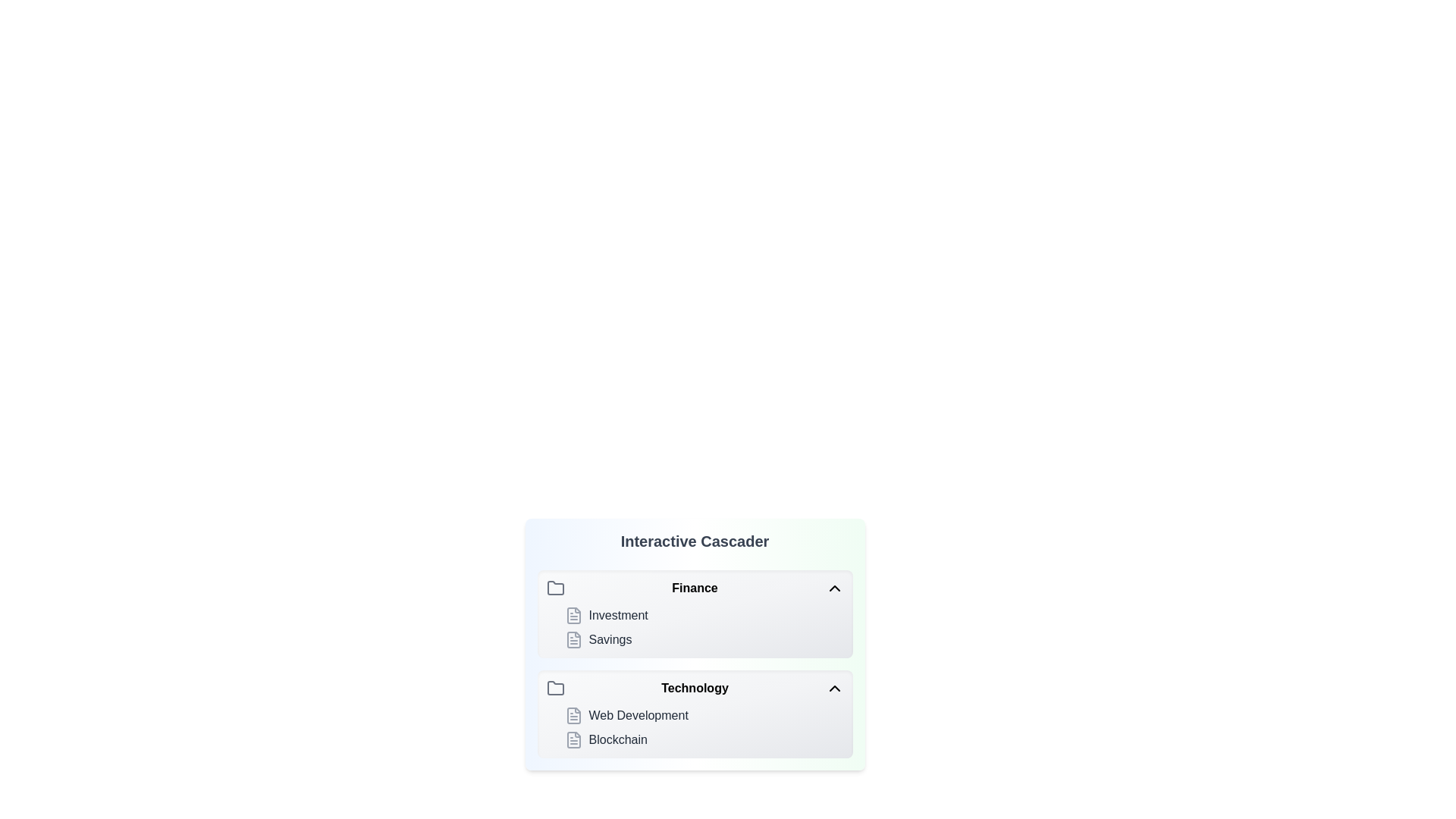 This screenshot has height=819, width=1456. I want to click on the 'Technology' collapsible header, which features a folder icon and a chevron icon, so click(694, 688).